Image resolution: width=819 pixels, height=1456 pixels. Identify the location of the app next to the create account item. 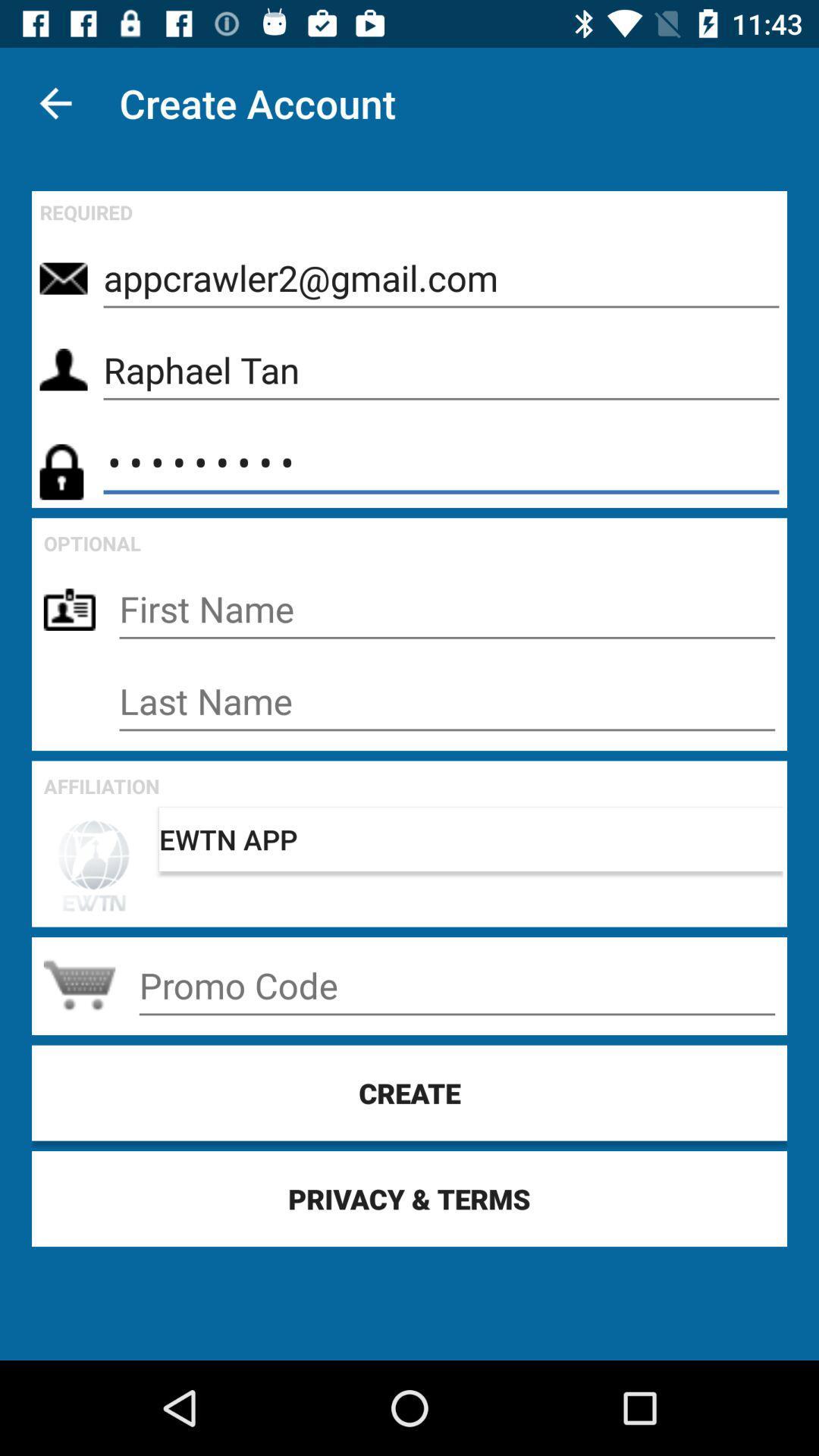
(55, 102).